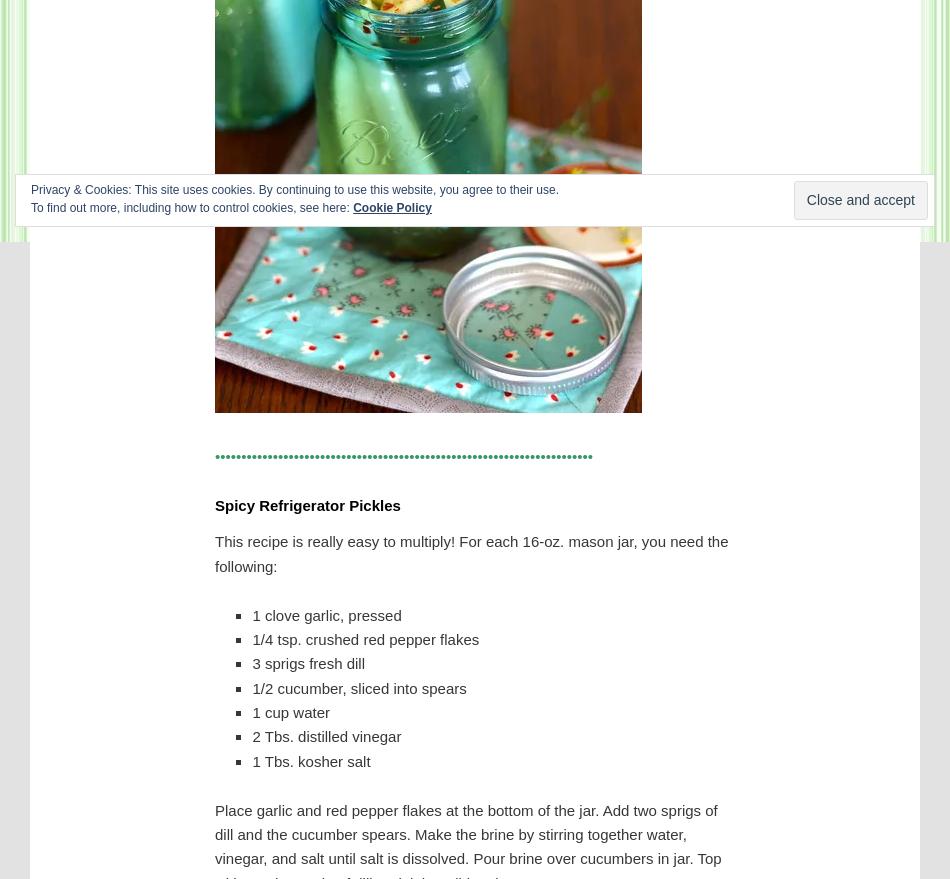 The image size is (950, 879). Describe the element at coordinates (310, 760) in the screenshot. I see `'1 Tbs. kosher salt'` at that location.